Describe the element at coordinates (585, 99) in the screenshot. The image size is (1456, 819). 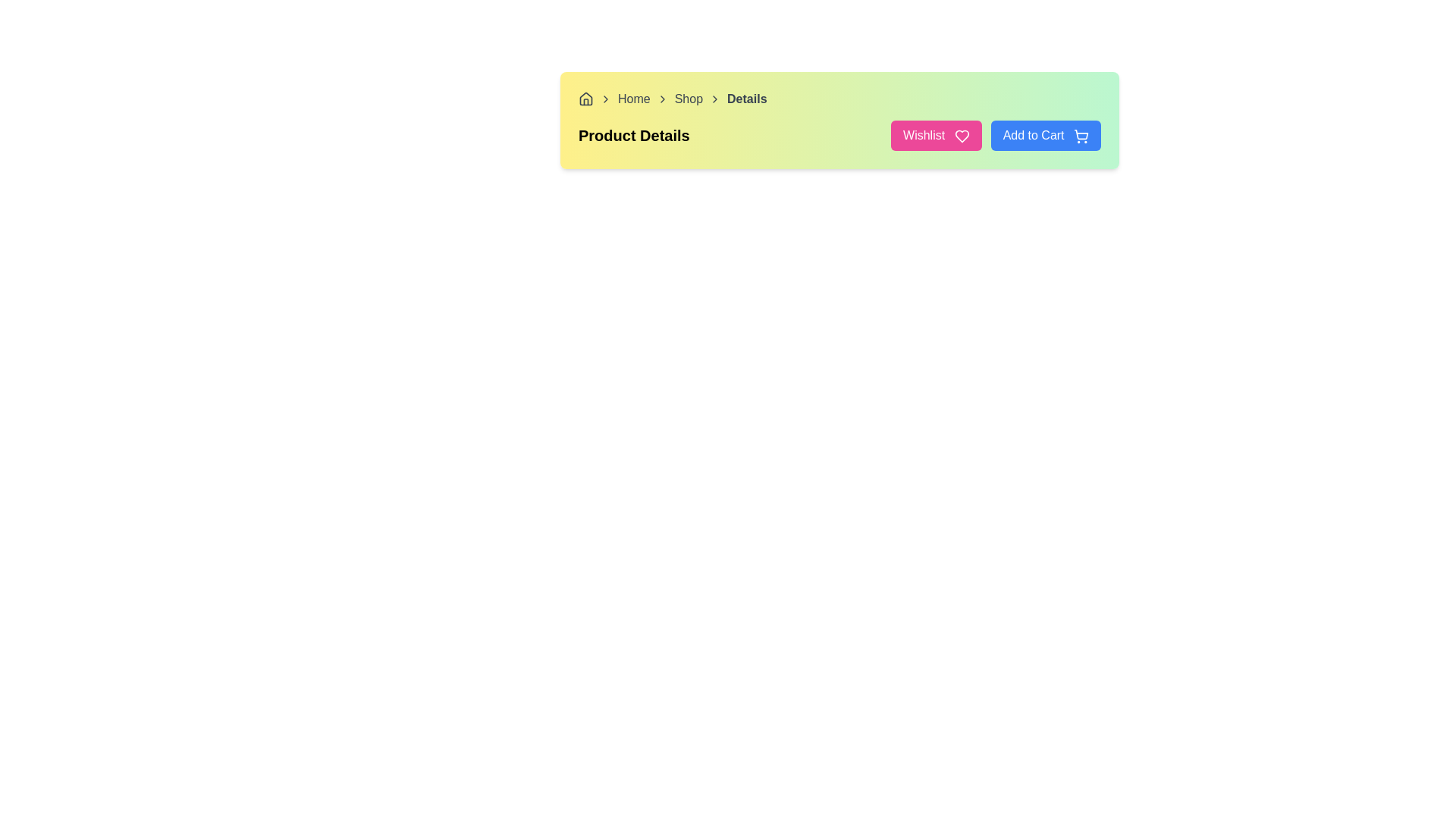
I see `the house icon in the breadcrumb navigation bar` at that location.